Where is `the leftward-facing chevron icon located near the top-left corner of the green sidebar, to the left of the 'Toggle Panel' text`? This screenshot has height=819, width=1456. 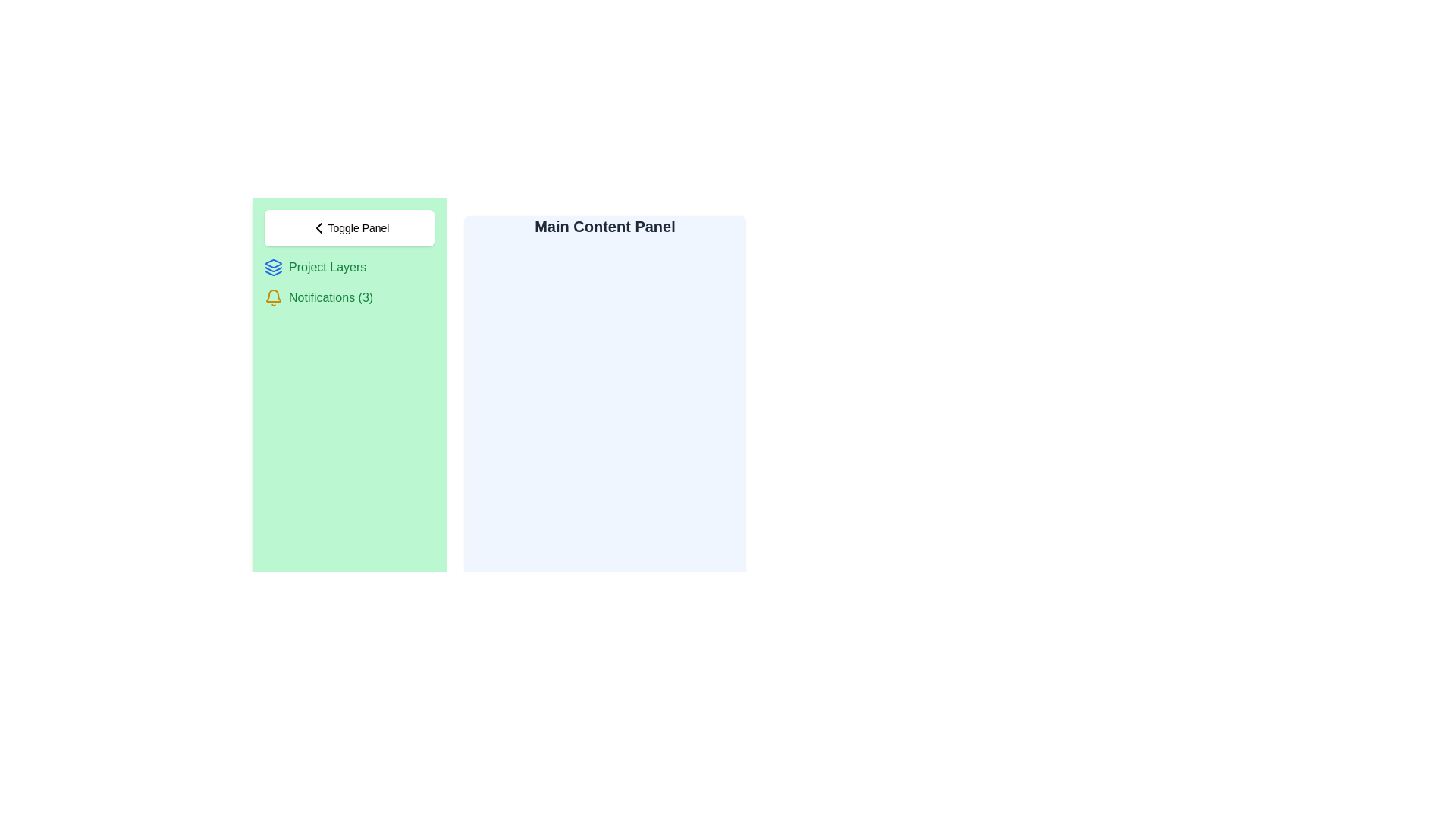
the leftward-facing chevron icon located near the top-left corner of the green sidebar, to the left of the 'Toggle Panel' text is located at coordinates (318, 227).